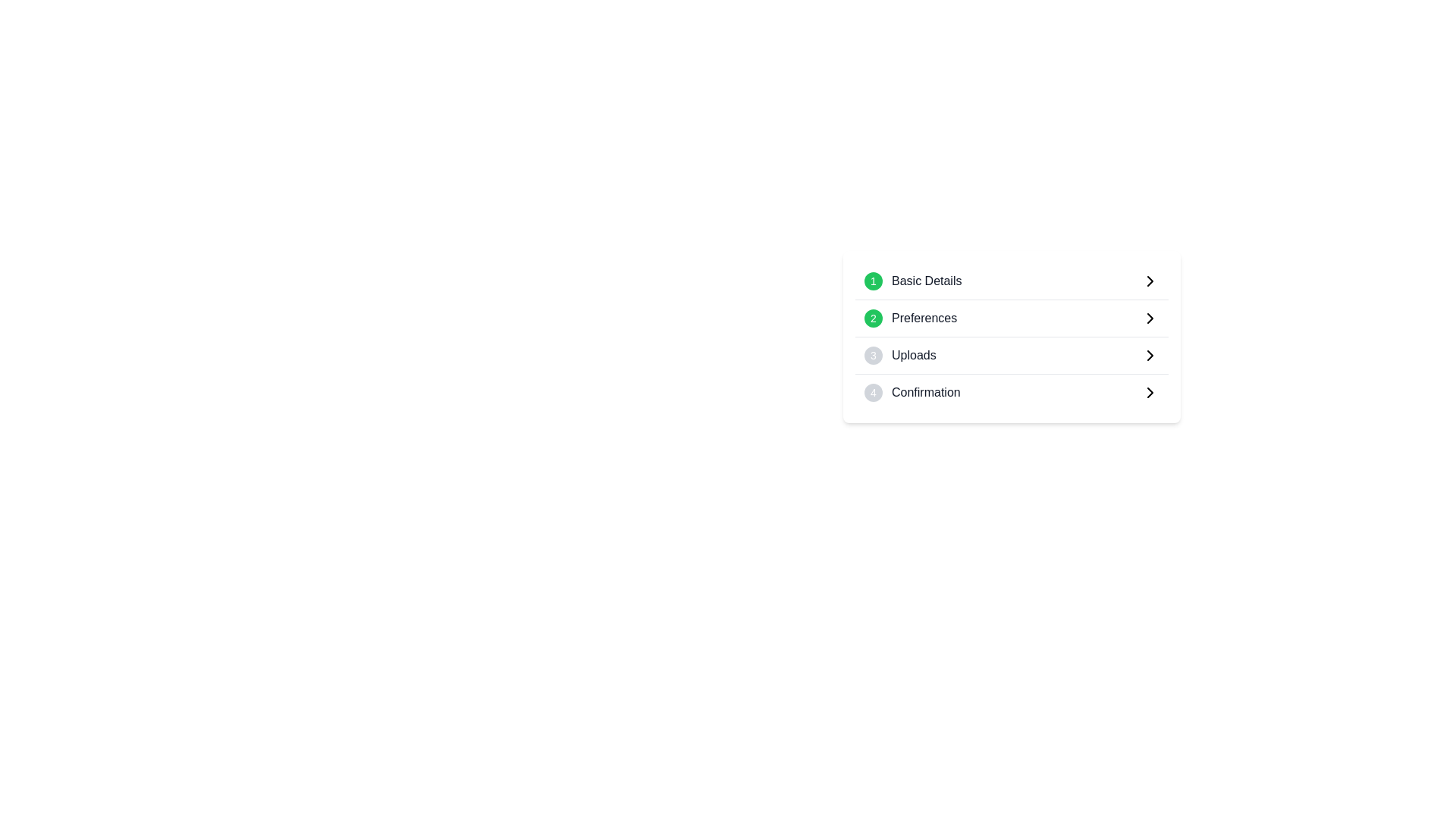 The width and height of the screenshot is (1456, 819). I want to click on the Progress indicator step labeled 'Confirmation' with the number '4', which is the fourth item in the vertical list of steps, so click(912, 391).